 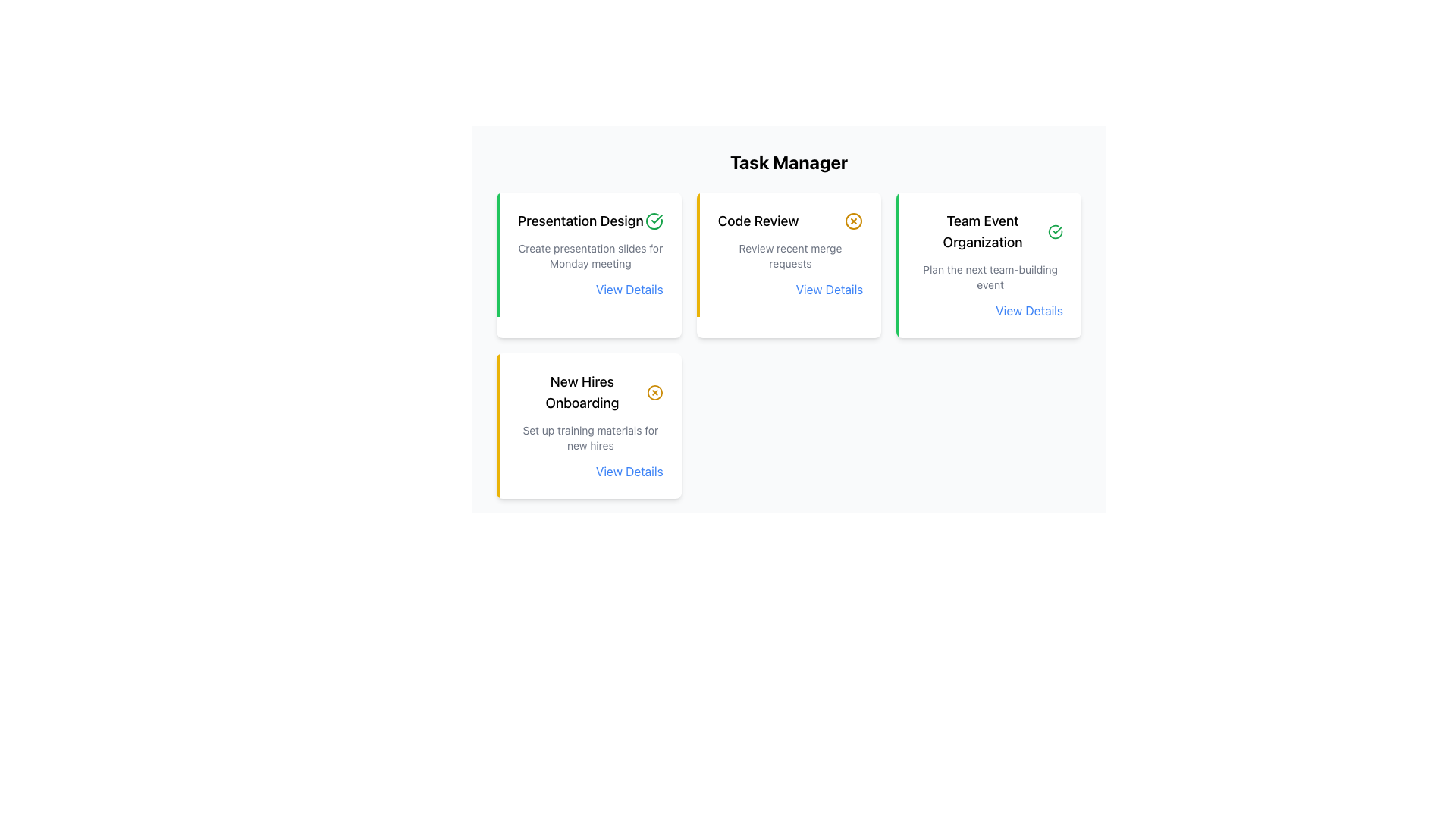 What do you see at coordinates (654, 391) in the screenshot?
I see `the border of the circle SVG graphic element that indicates a cancel status associated with the 'New Hires Onboarding' card, located in the lower-right corner of the card` at bounding box center [654, 391].